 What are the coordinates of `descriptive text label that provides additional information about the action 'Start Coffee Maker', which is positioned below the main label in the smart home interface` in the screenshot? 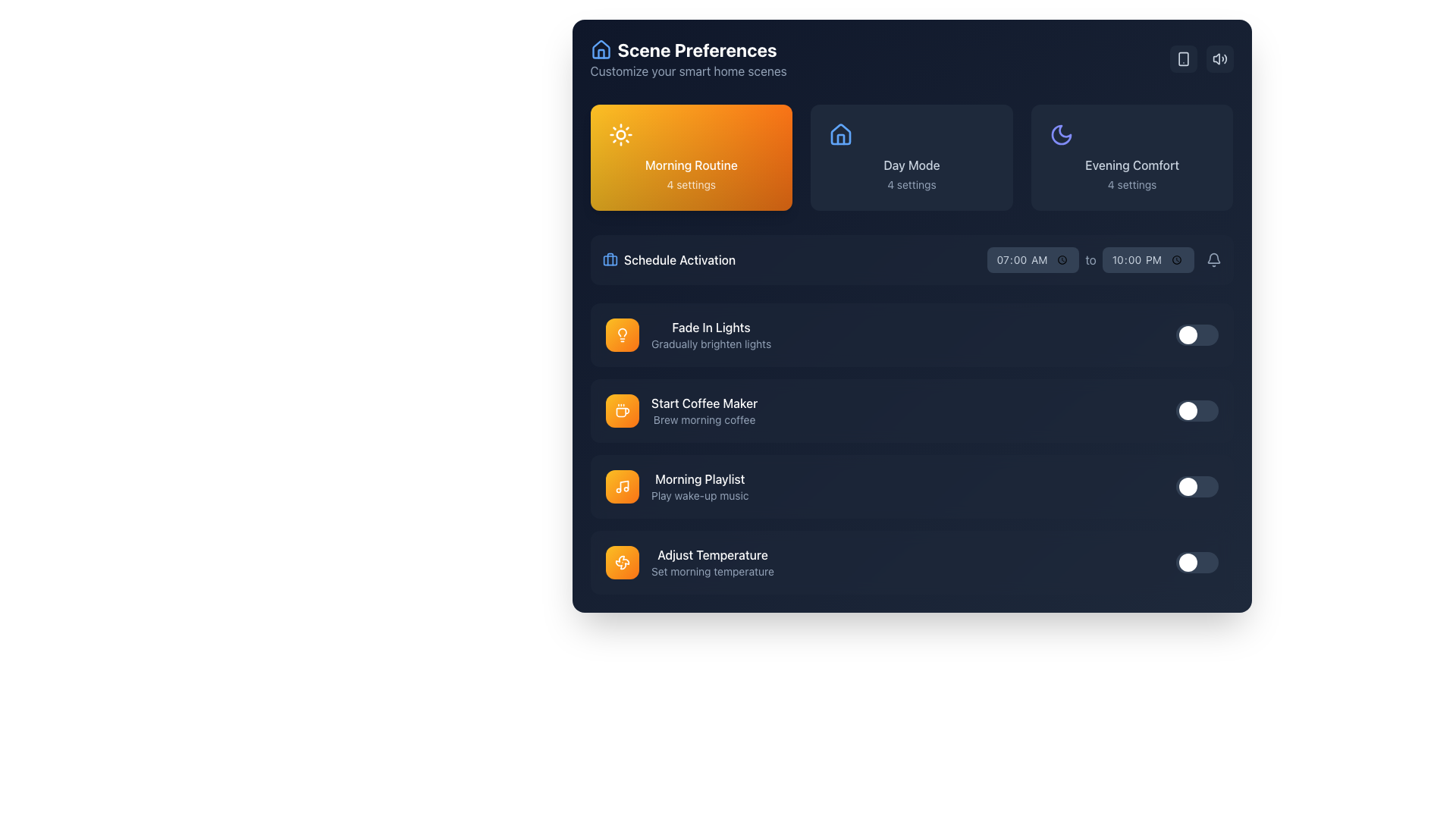 It's located at (703, 420).